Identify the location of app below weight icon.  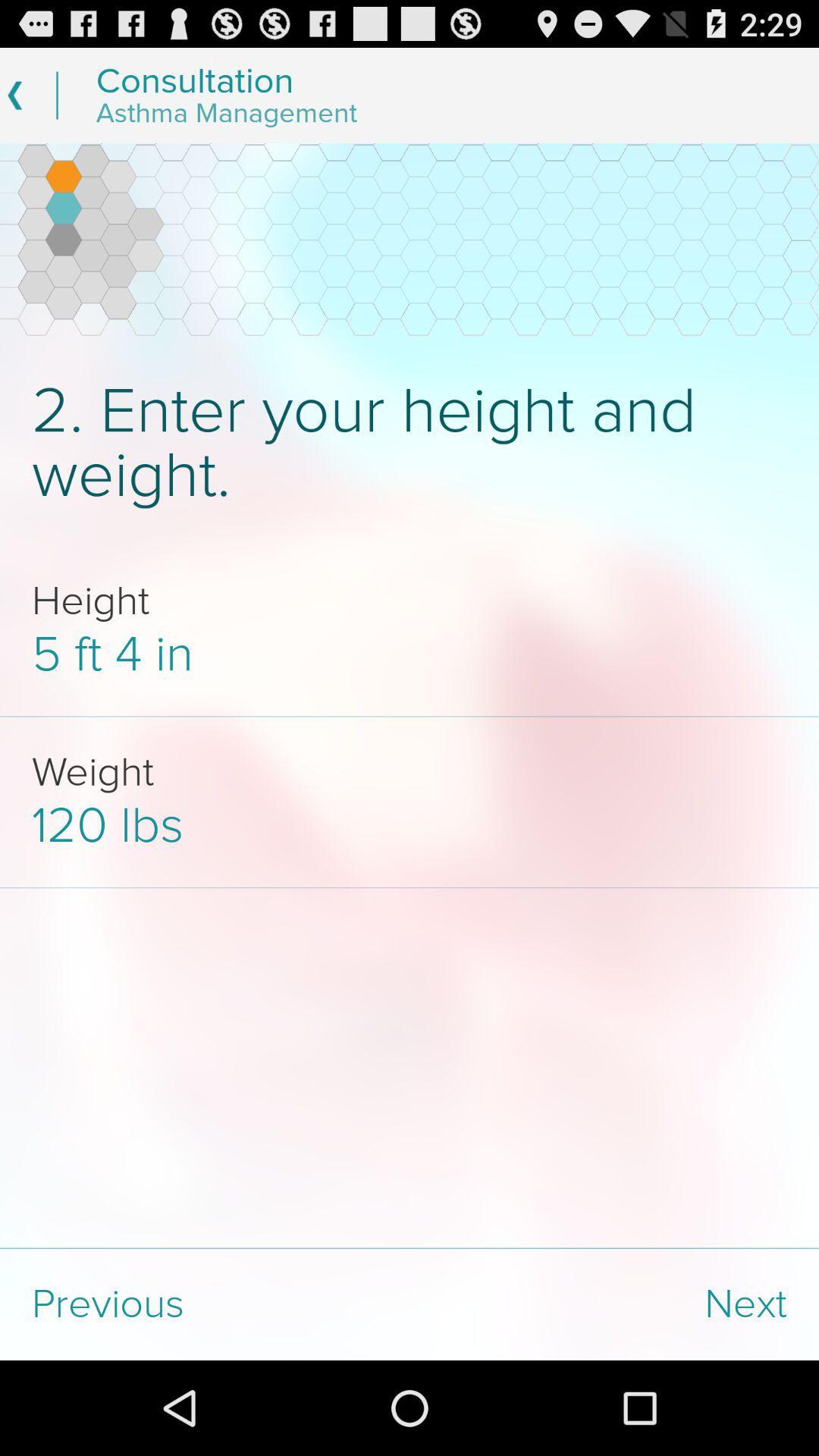
(409, 825).